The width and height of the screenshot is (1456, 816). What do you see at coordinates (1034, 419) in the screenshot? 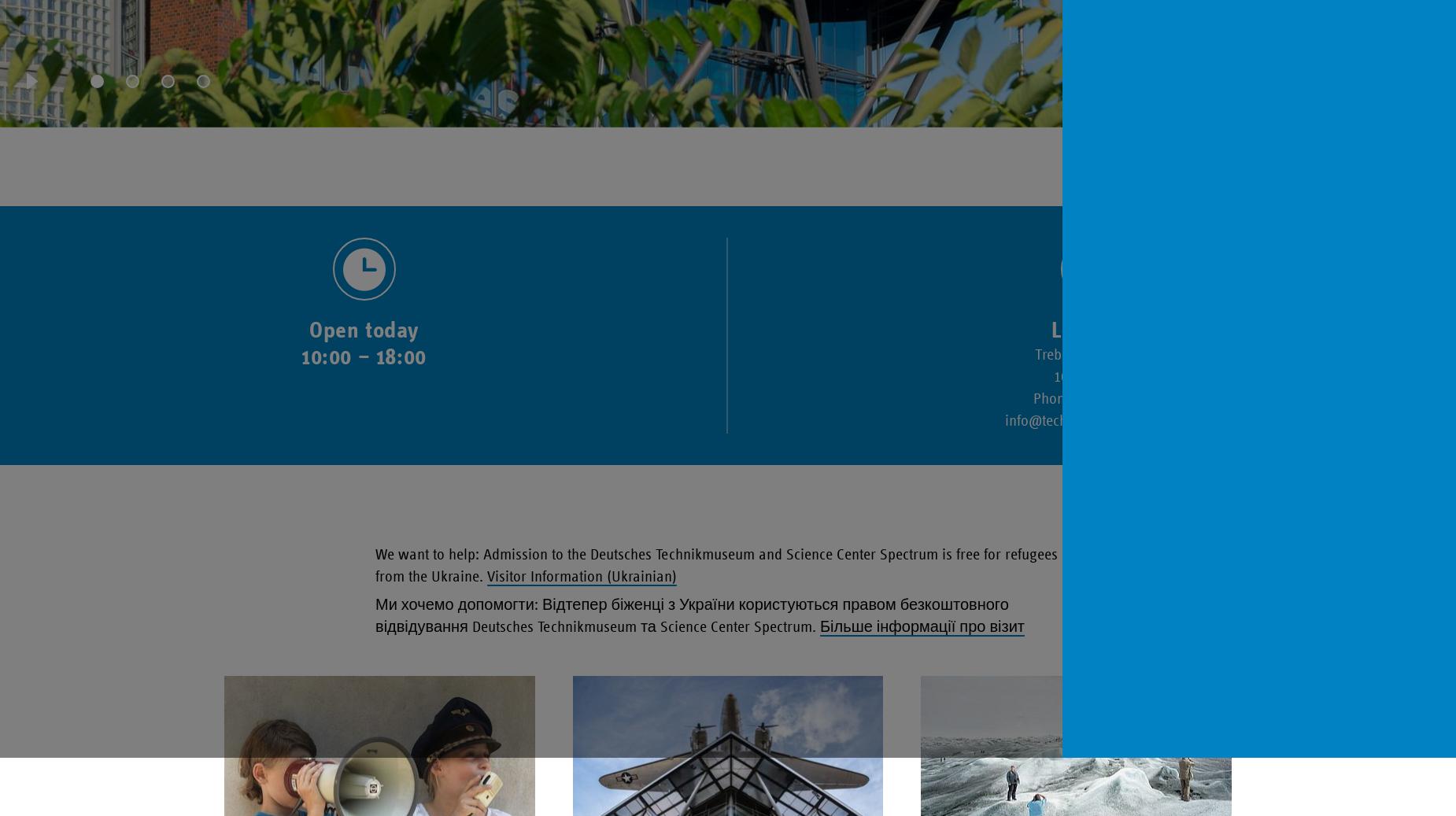
I see `'@'` at bounding box center [1034, 419].